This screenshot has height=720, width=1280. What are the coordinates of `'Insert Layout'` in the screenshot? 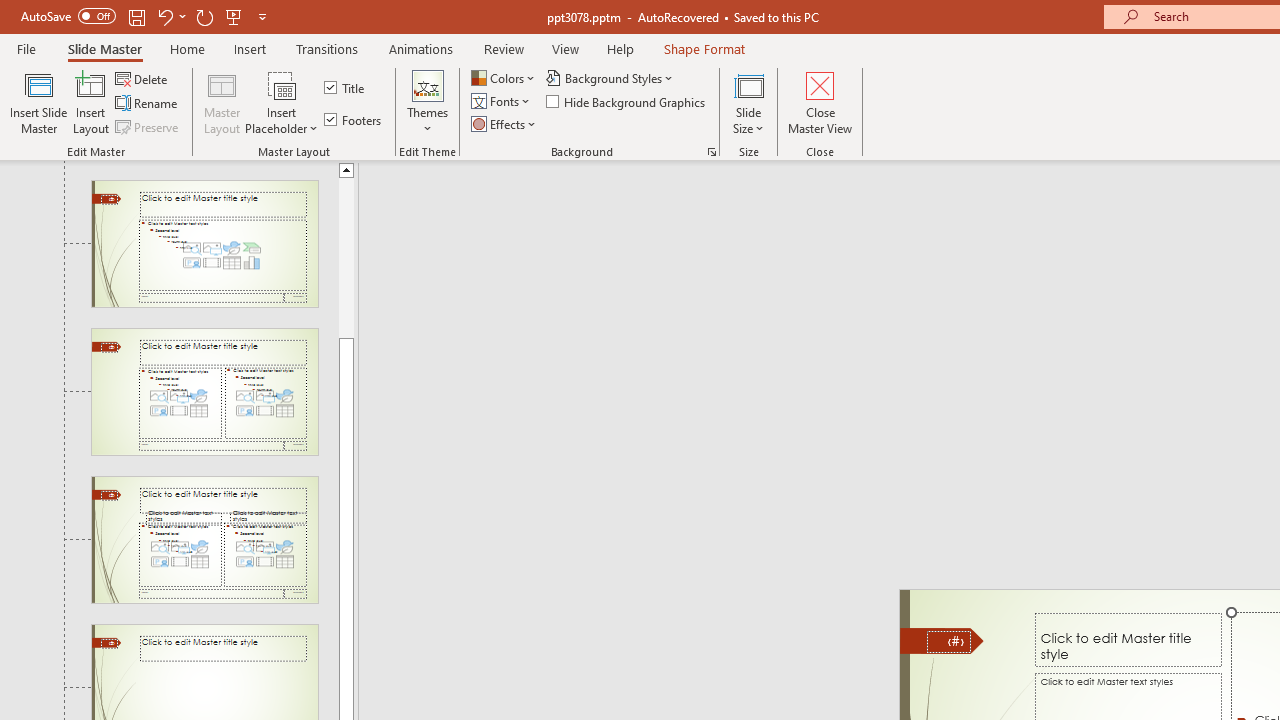 It's located at (90, 103).